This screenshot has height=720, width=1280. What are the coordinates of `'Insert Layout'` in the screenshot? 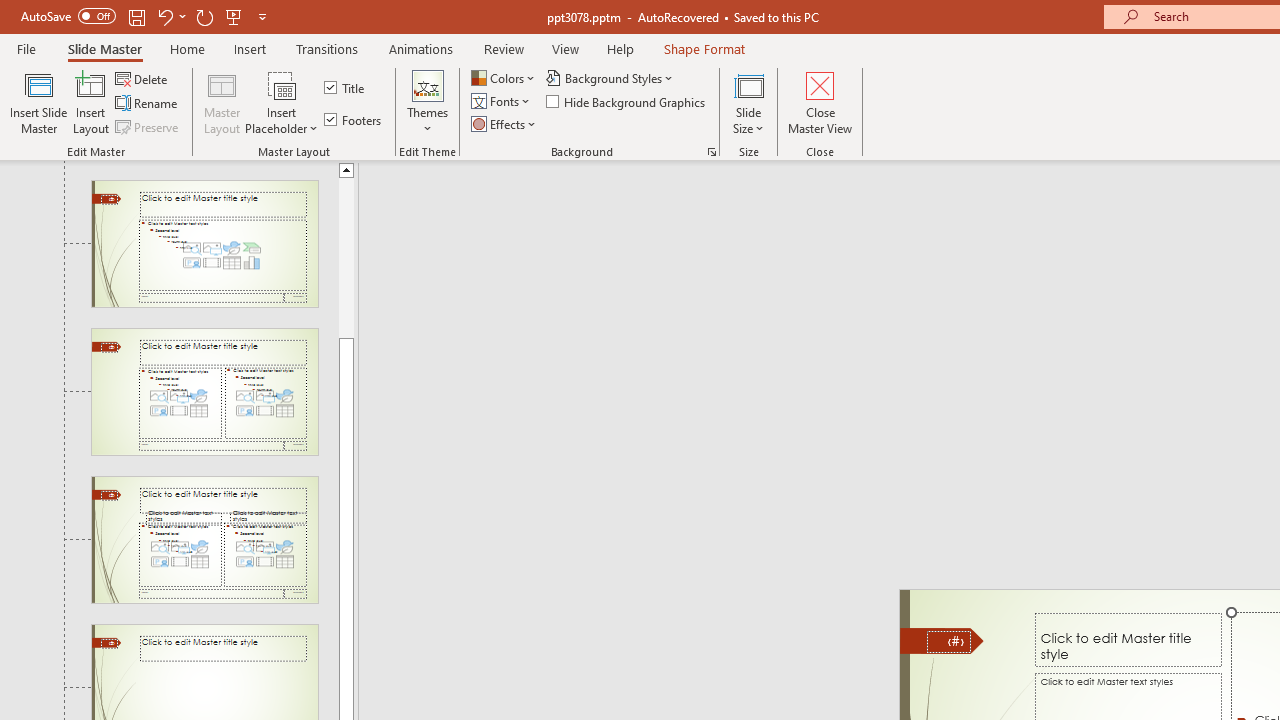 It's located at (90, 103).